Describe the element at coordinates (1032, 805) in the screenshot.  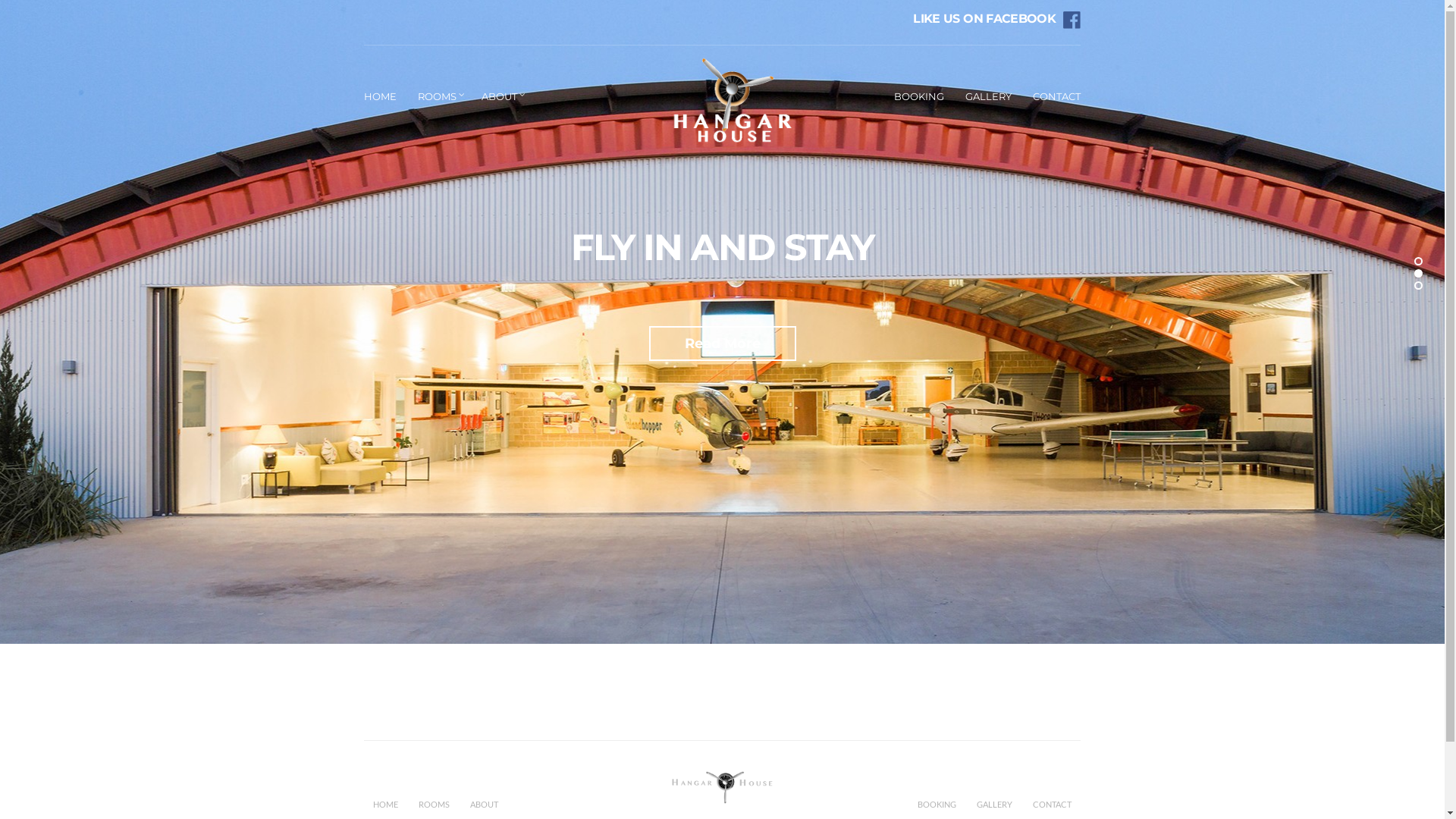
I see `'CONTACT'` at that location.